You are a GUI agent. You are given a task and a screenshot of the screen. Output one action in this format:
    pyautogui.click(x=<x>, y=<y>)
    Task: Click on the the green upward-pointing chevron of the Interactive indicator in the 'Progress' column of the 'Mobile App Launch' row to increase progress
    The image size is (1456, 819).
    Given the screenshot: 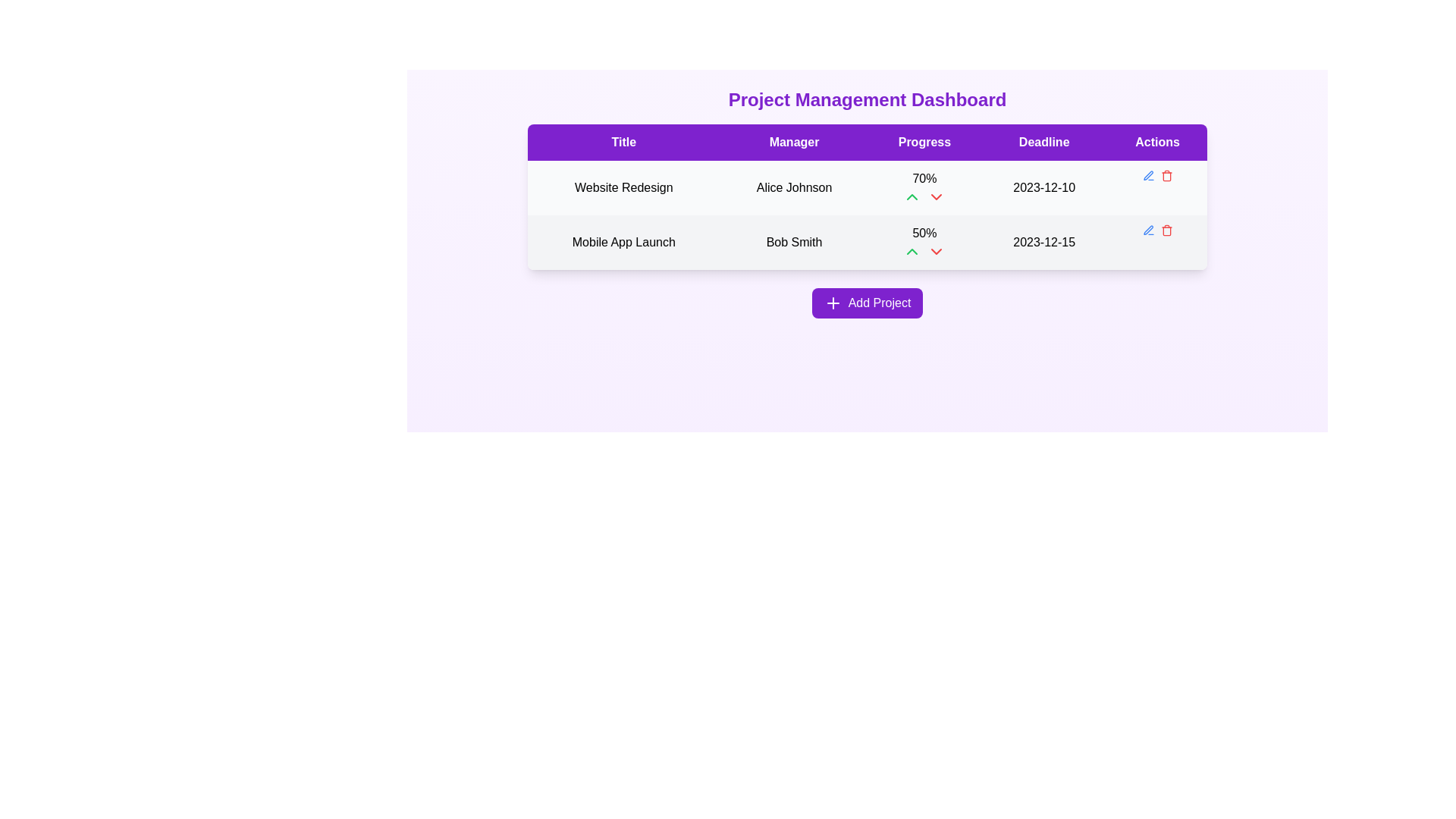 What is the action you would take?
    pyautogui.click(x=924, y=250)
    